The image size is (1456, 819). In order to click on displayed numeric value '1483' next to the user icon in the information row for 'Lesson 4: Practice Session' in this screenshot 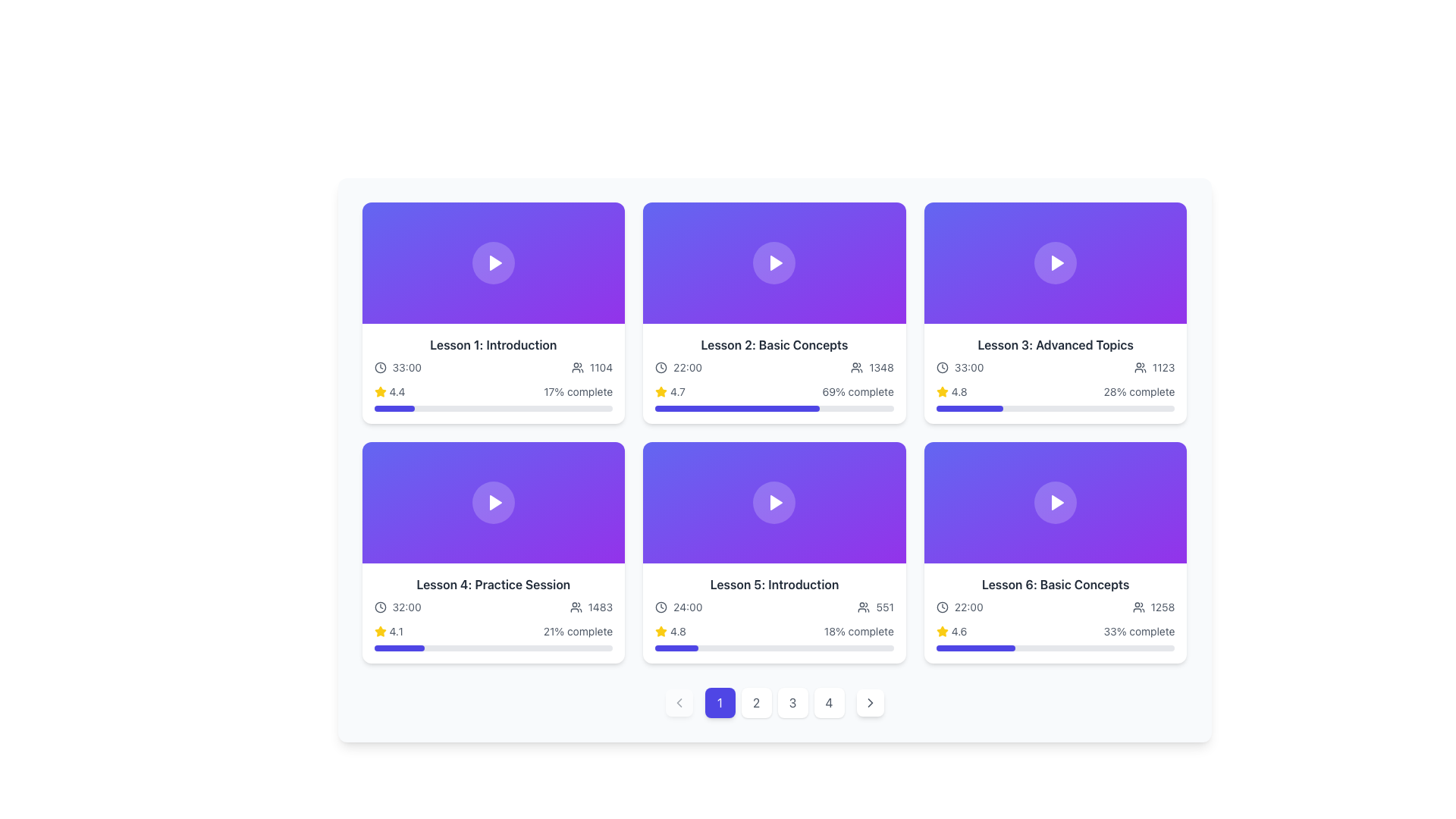, I will do `click(590, 607)`.